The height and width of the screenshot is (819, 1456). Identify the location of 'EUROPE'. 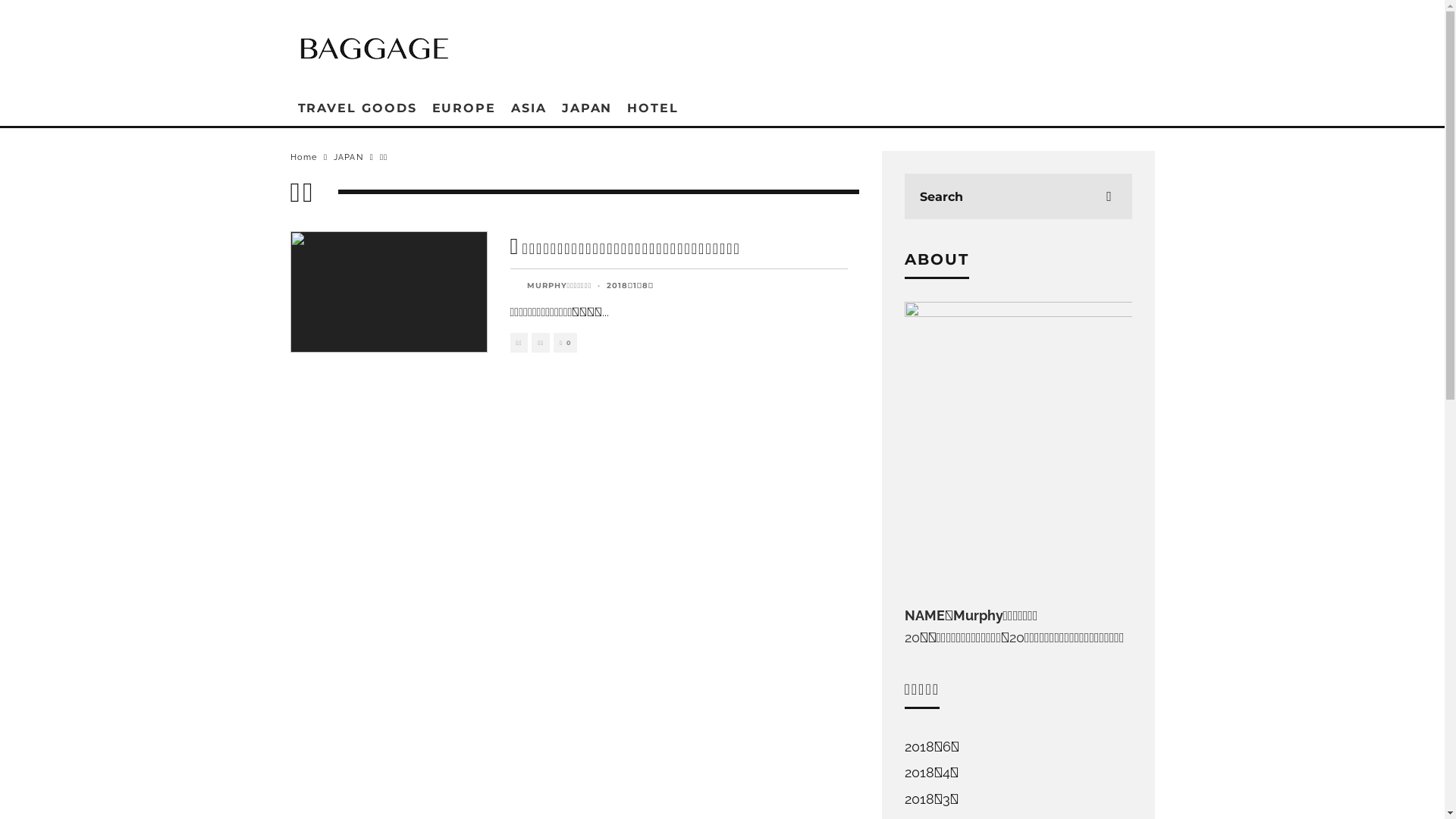
(463, 107).